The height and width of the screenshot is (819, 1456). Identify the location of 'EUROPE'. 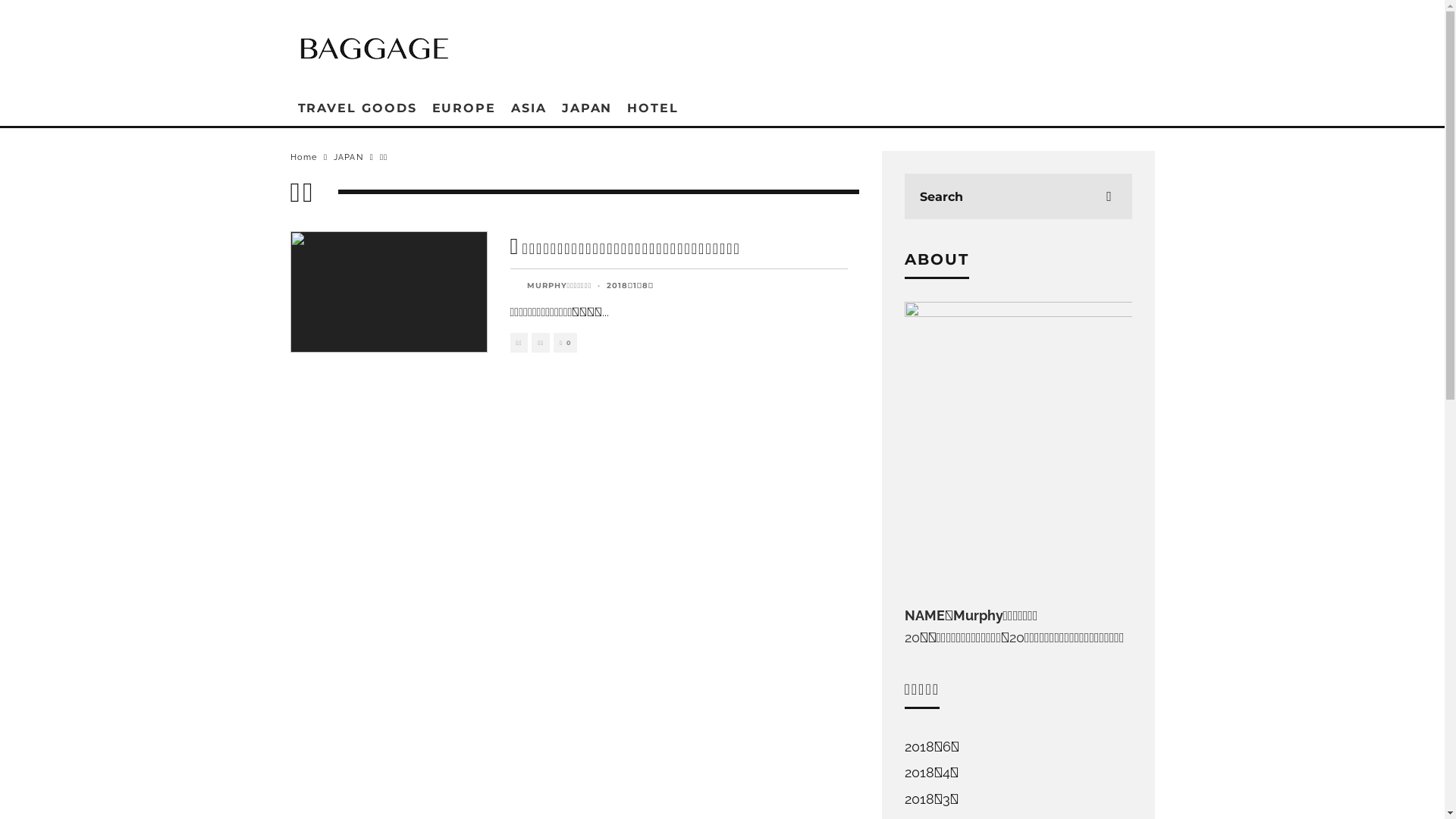
(463, 107).